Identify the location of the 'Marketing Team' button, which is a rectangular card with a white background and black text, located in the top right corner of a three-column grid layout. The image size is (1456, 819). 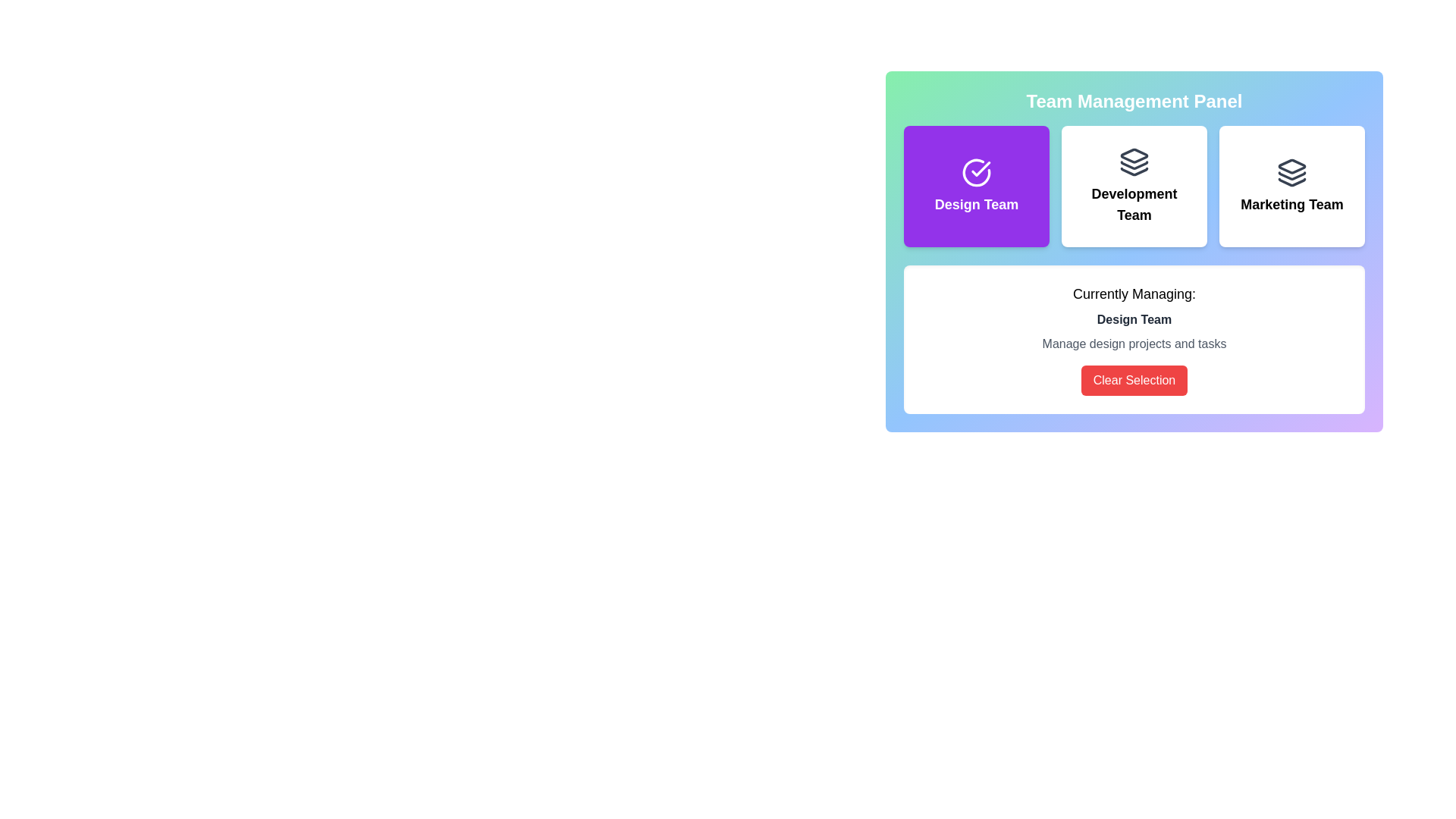
(1291, 186).